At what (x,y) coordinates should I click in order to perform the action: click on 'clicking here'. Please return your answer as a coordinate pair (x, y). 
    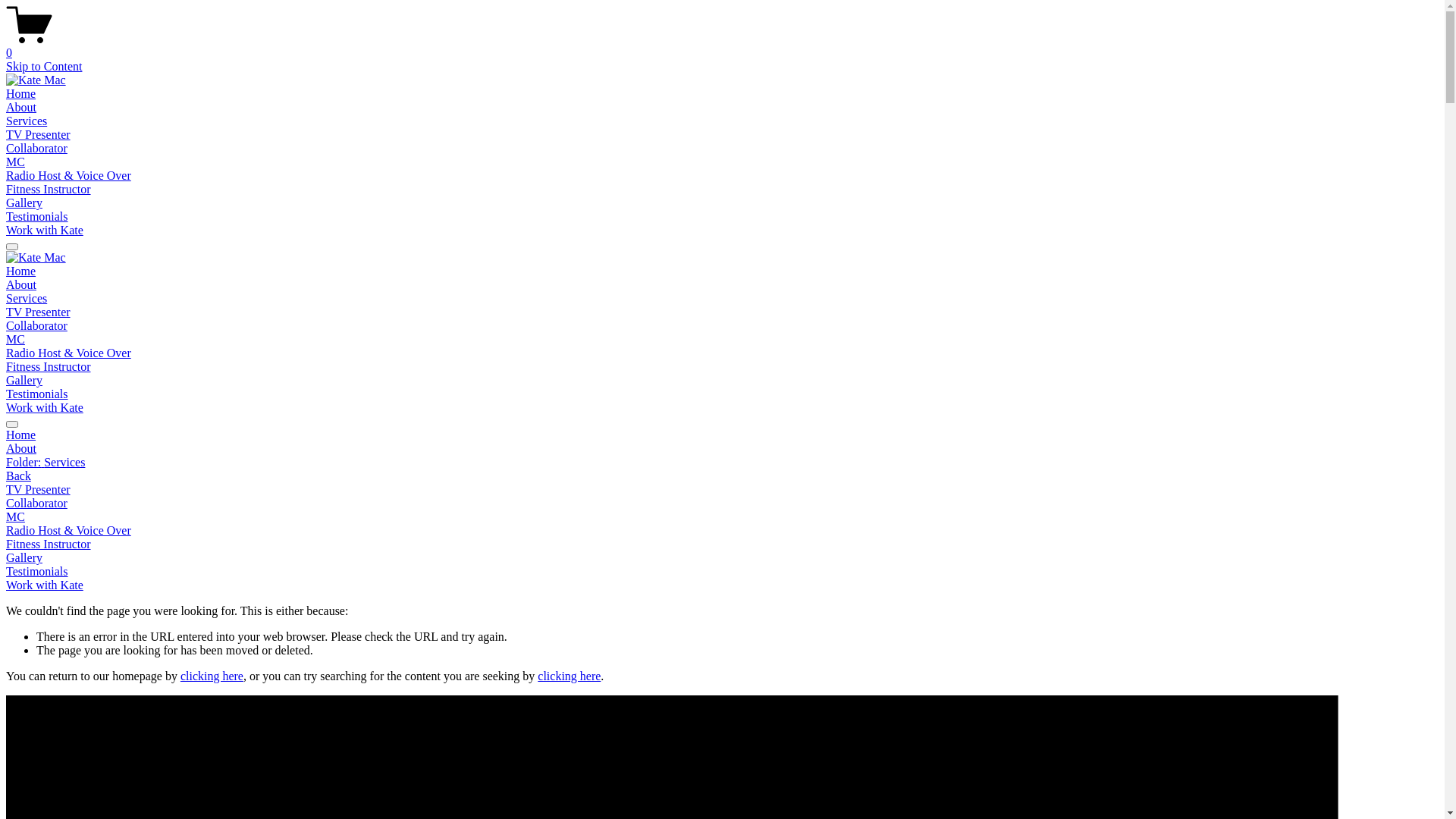
    Looking at the image, I should click on (211, 675).